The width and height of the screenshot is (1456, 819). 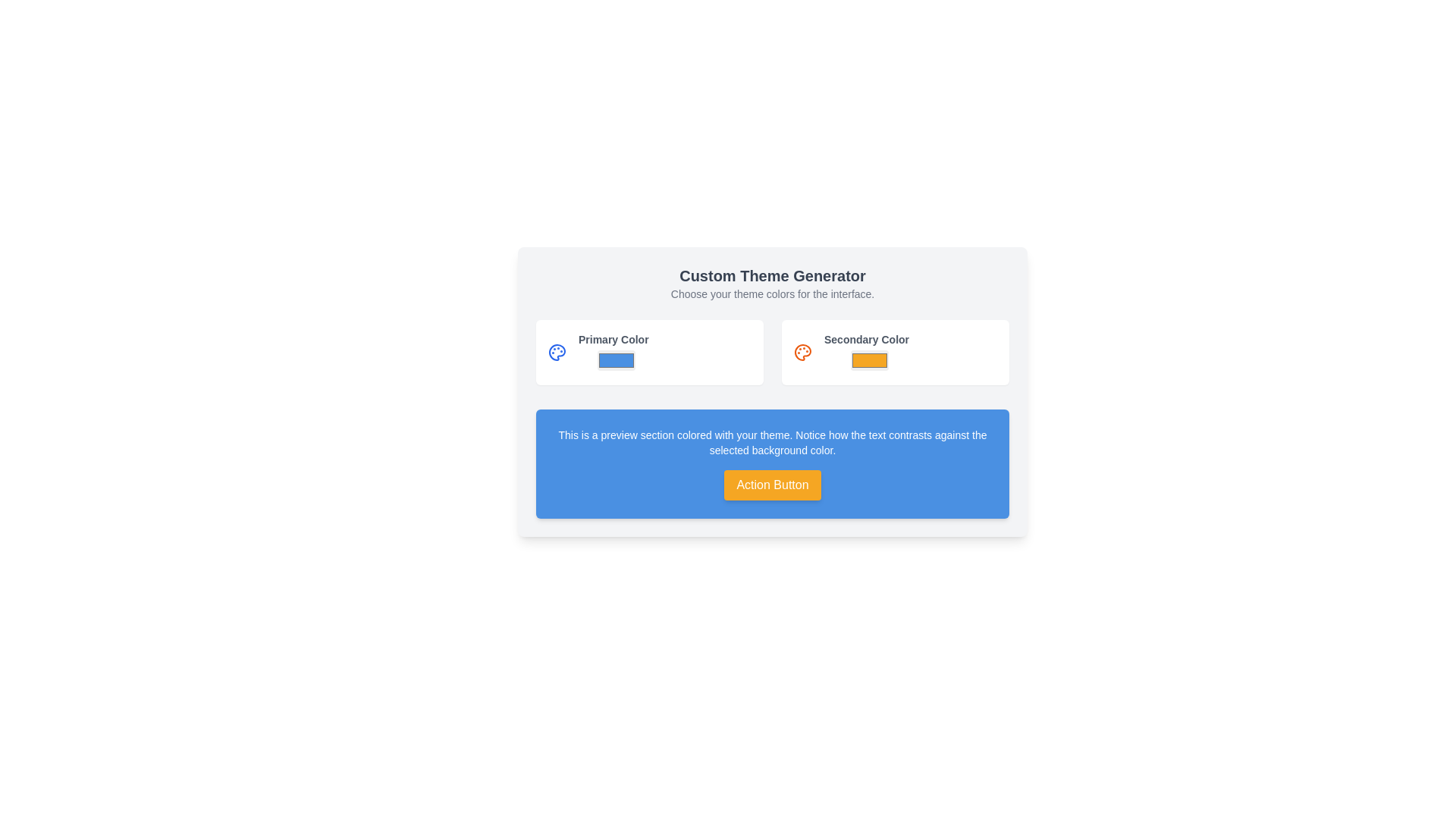 What do you see at coordinates (617, 360) in the screenshot?
I see `the blue color picker button located under the 'Primary Color' label` at bounding box center [617, 360].